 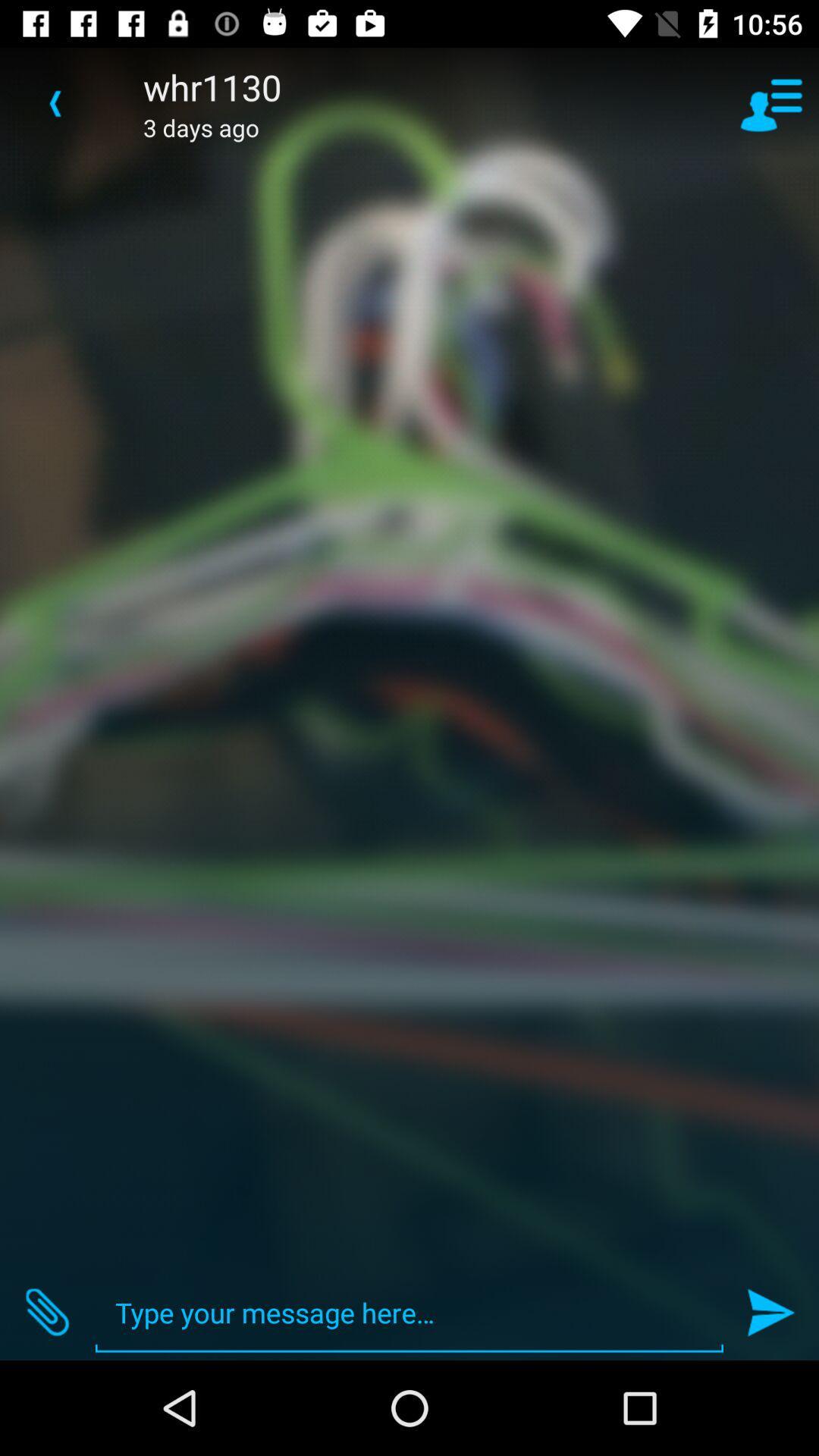 What do you see at coordinates (771, 102) in the screenshot?
I see `the item at the top right corner` at bounding box center [771, 102].